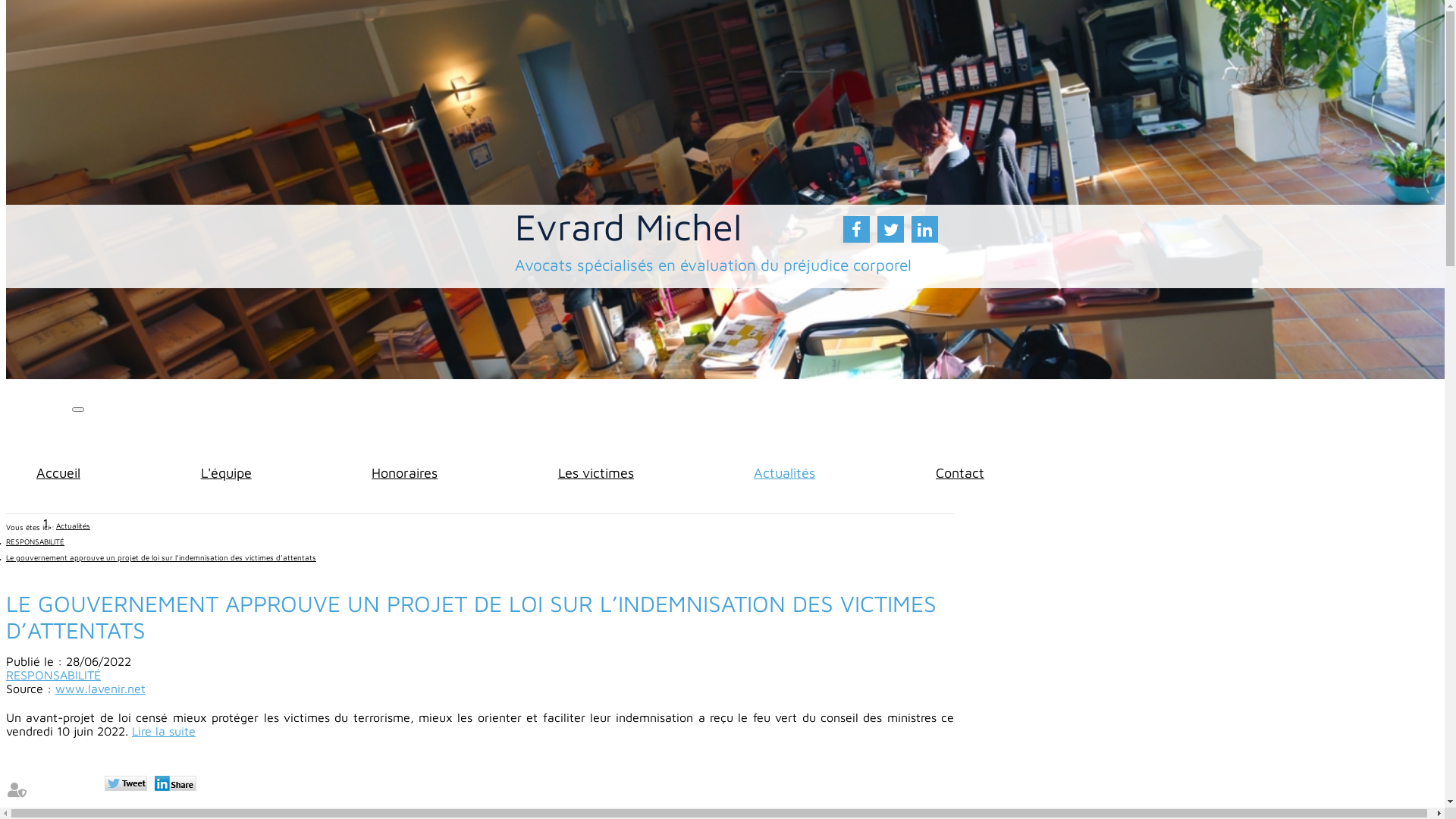 This screenshot has height=819, width=1456. What do you see at coordinates (924, 229) in the screenshot?
I see `'linkedin'` at bounding box center [924, 229].